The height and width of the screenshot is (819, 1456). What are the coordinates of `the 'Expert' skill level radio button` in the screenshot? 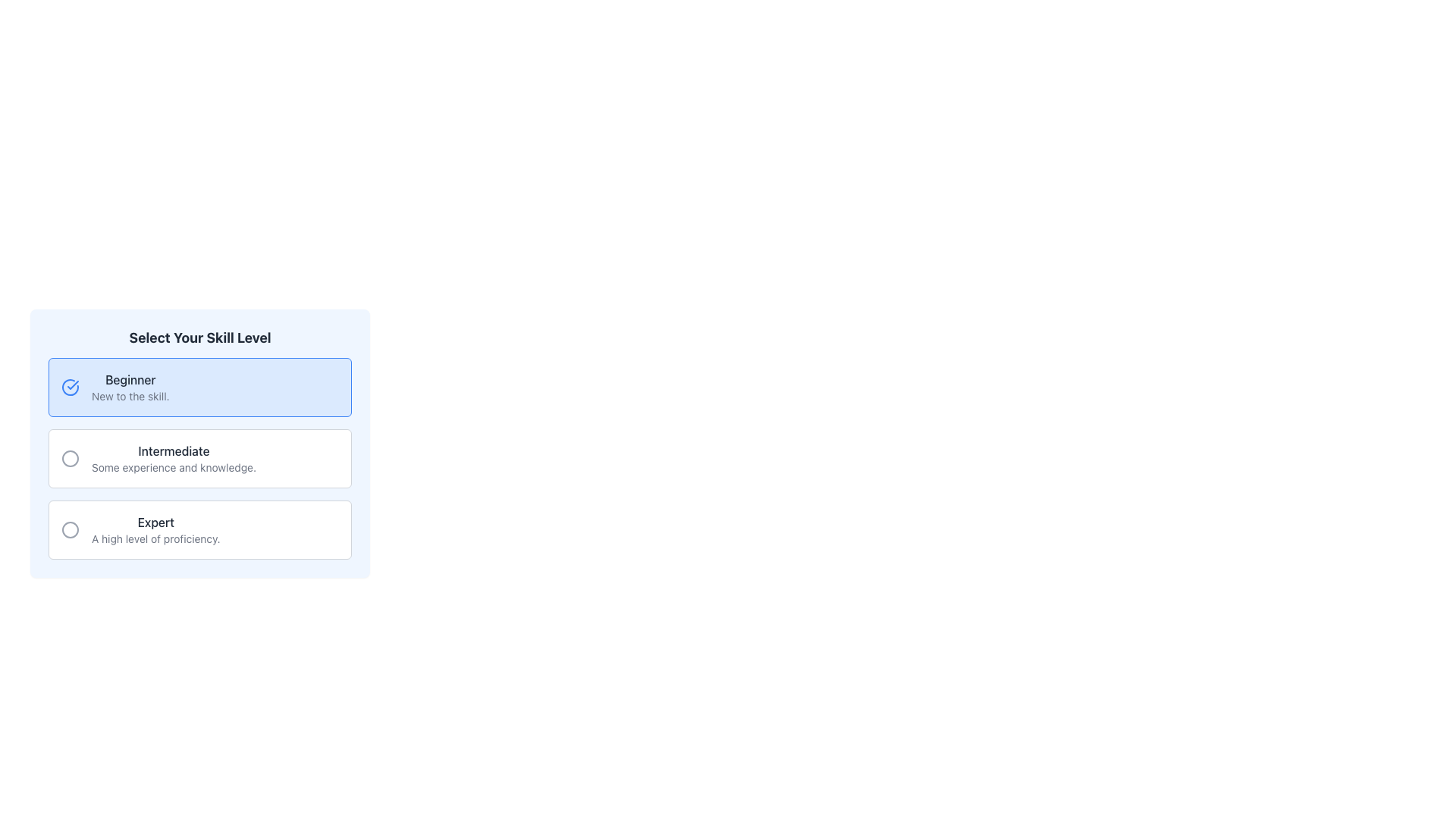 It's located at (69, 529).